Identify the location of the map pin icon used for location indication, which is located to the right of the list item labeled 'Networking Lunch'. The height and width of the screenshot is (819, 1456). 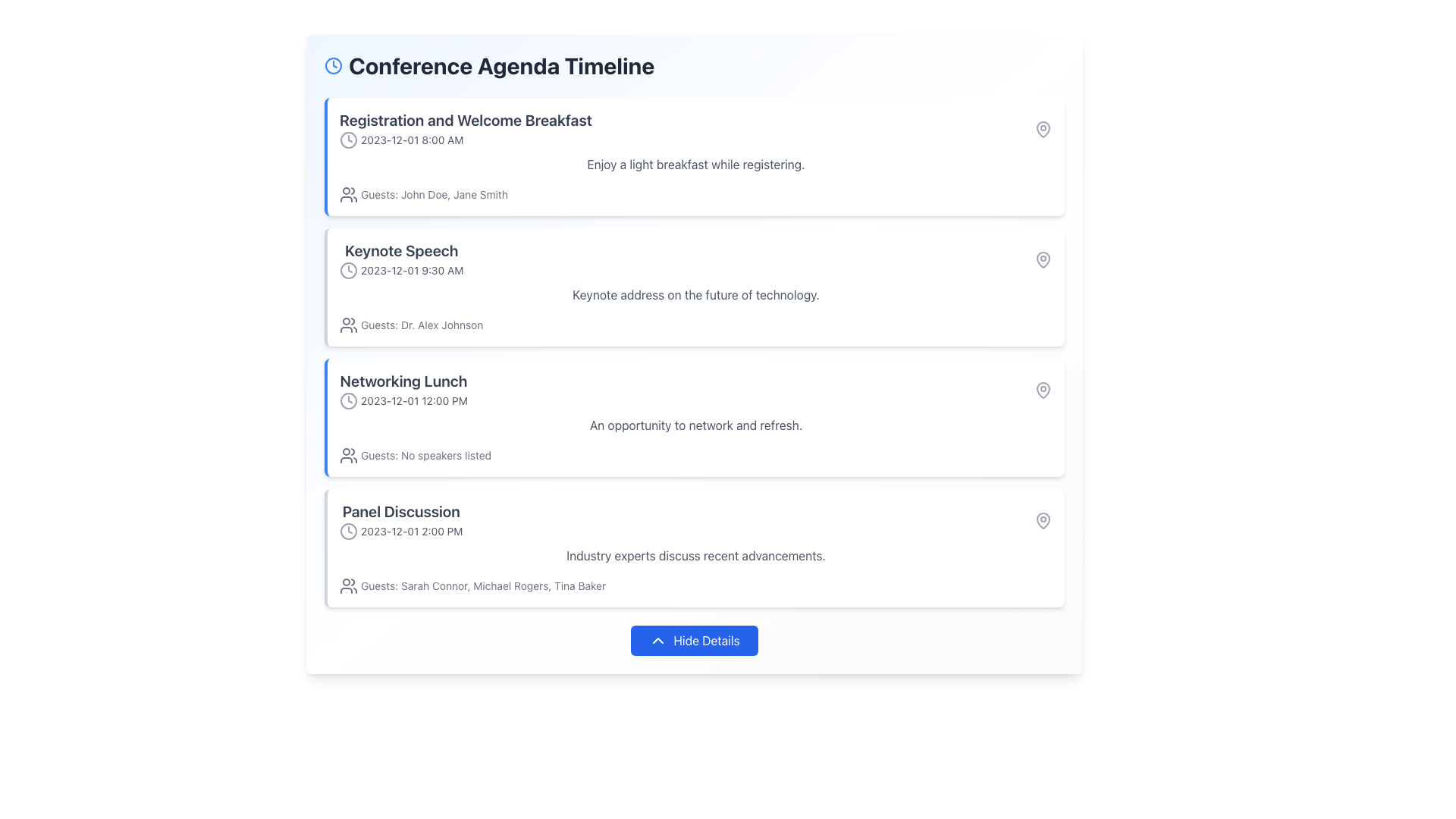
(1043, 519).